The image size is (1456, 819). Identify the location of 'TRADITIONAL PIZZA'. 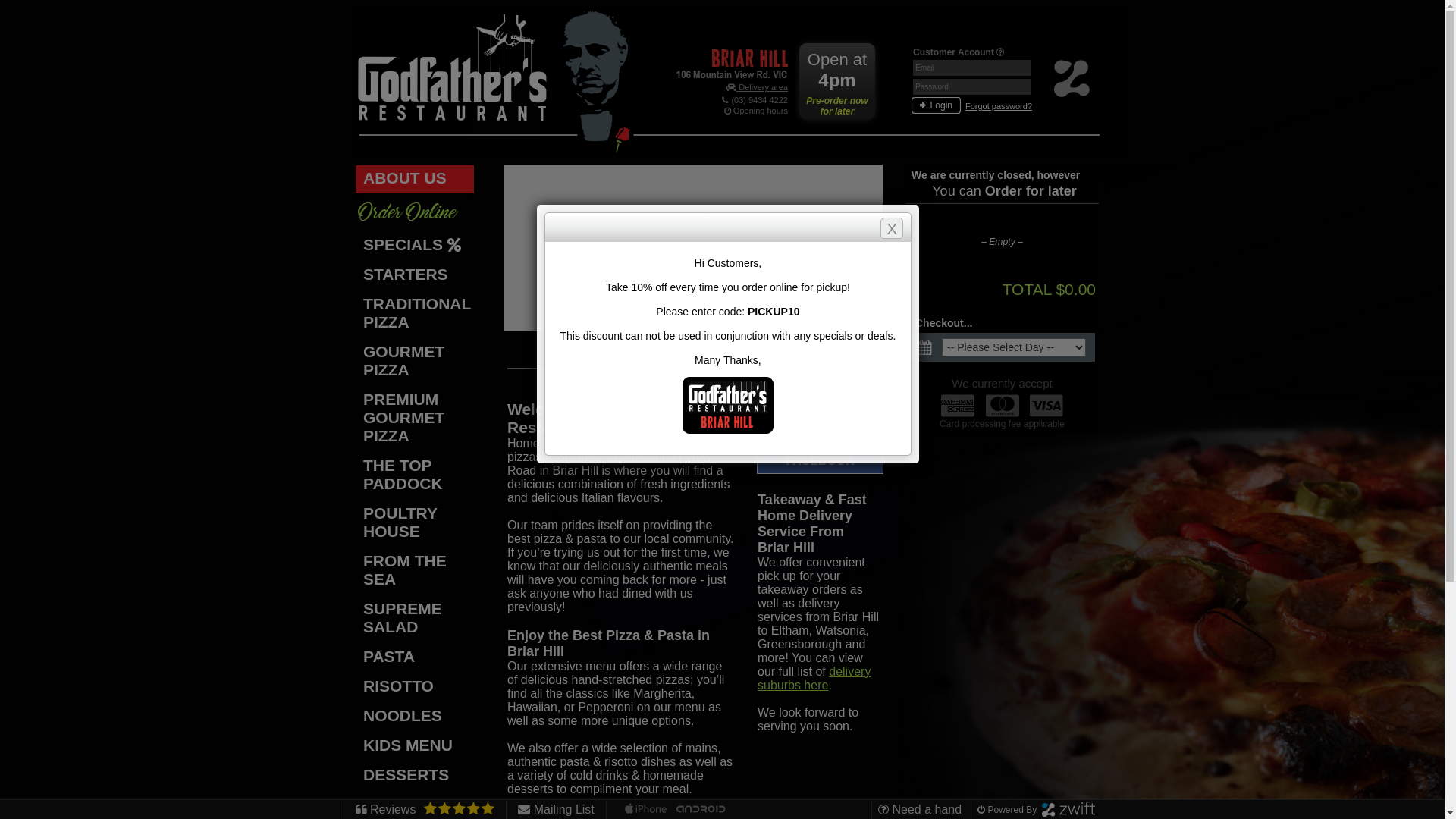
(415, 313).